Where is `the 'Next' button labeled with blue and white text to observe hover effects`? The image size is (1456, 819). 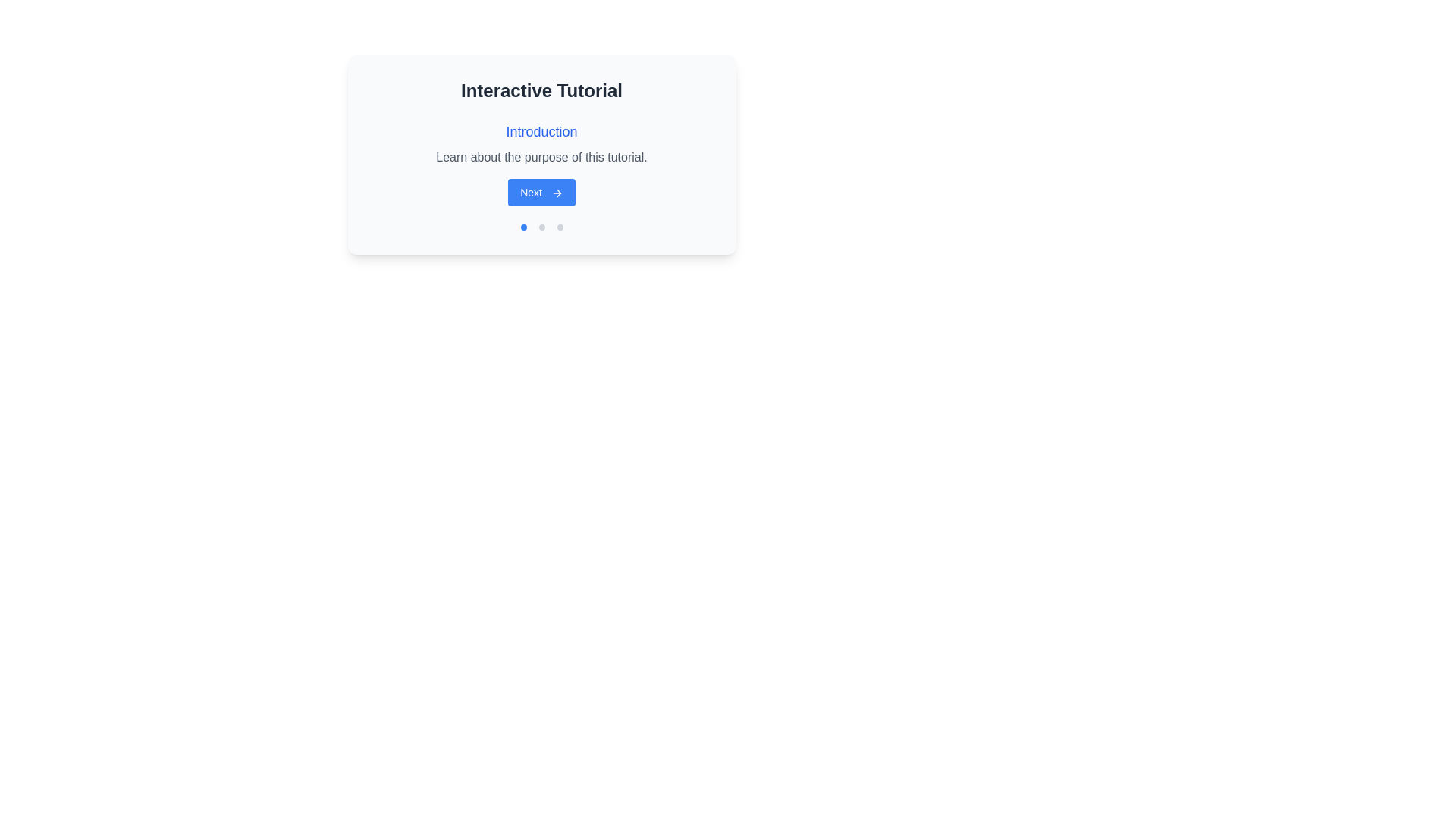
the 'Next' button labeled with blue and white text to observe hover effects is located at coordinates (541, 164).